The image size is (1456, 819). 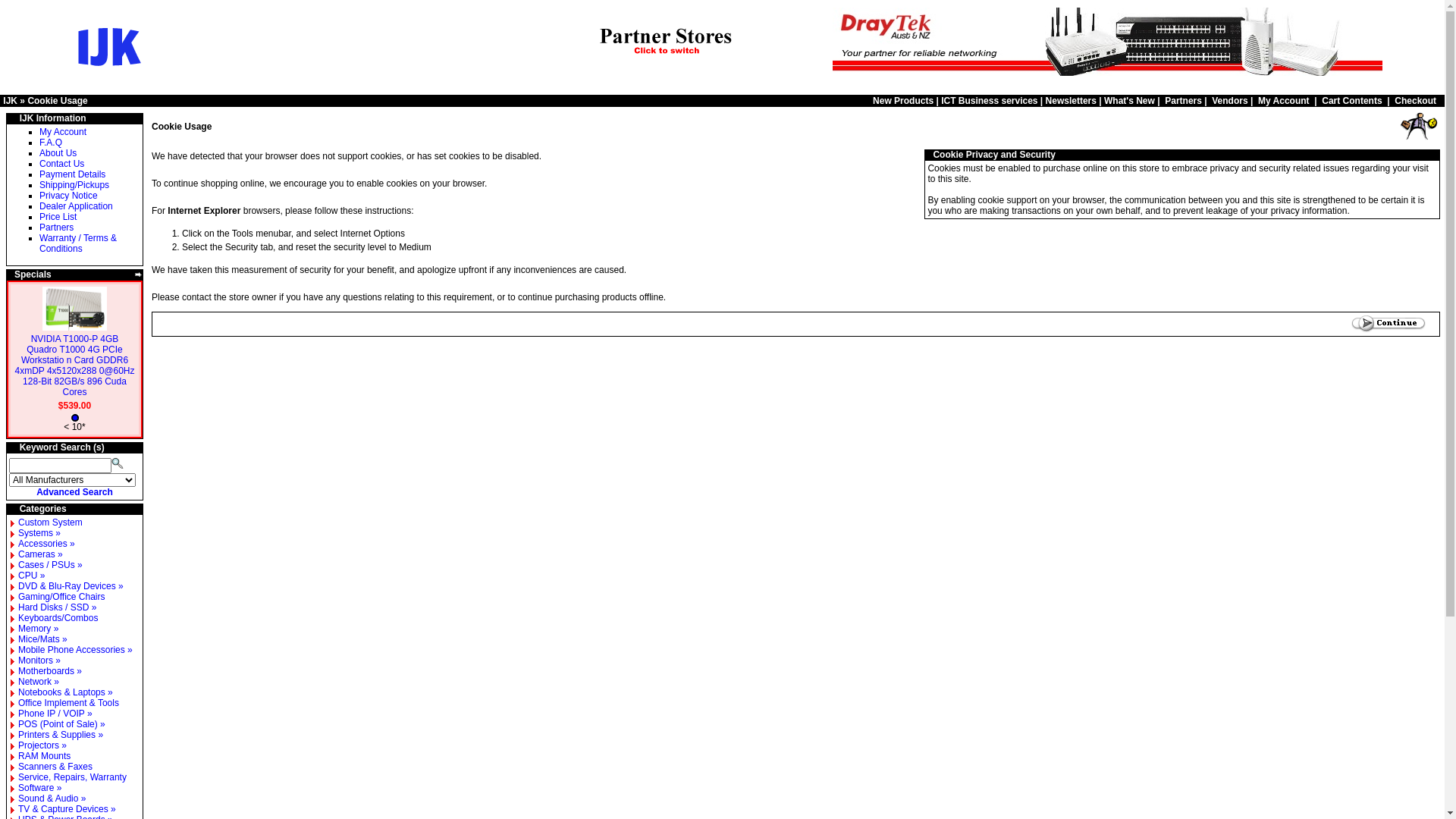 What do you see at coordinates (58, 152) in the screenshot?
I see `'About Us'` at bounding box center [58, 152].